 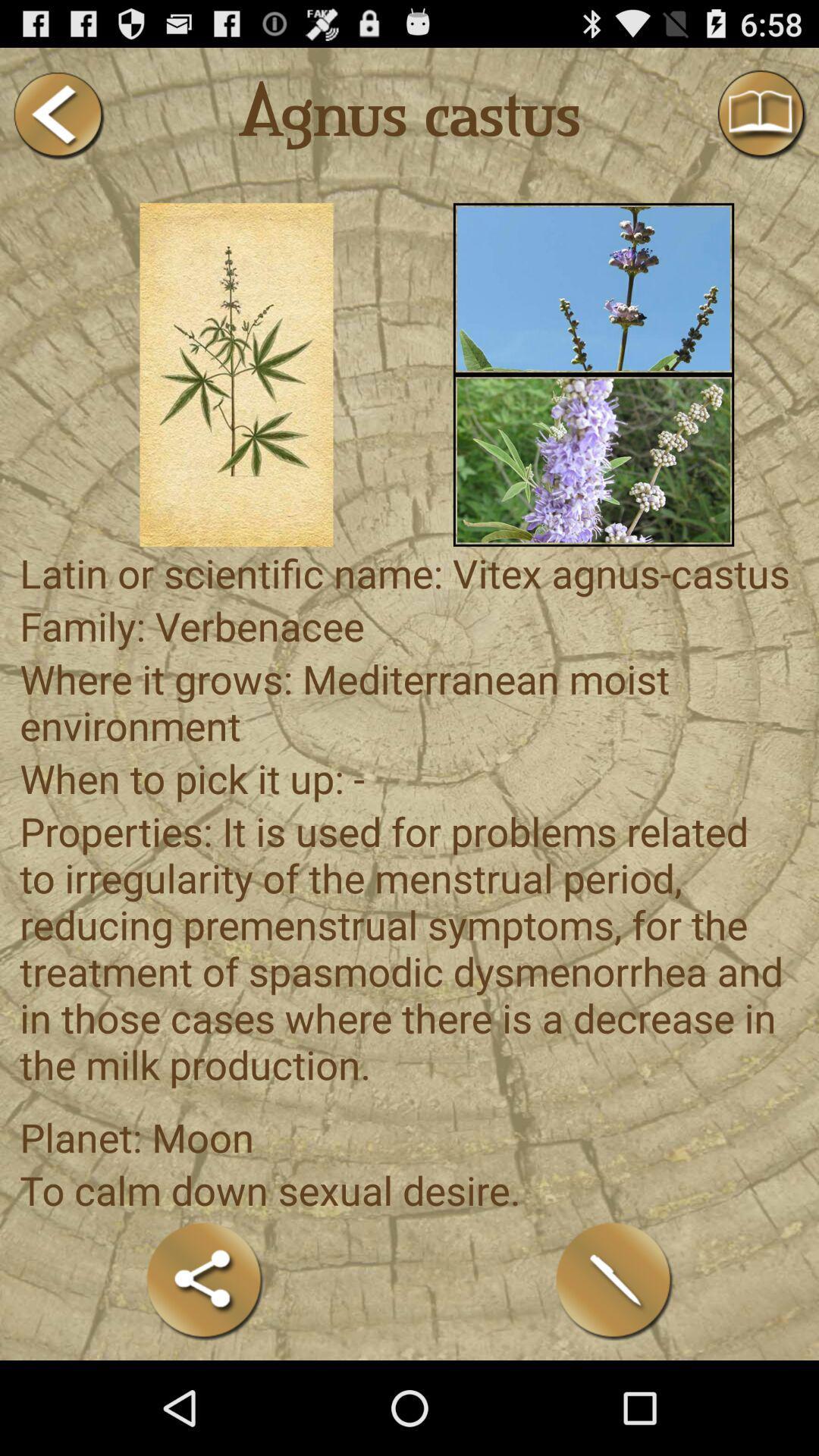 I want to click on share menu, so click(x=205, y=1280).